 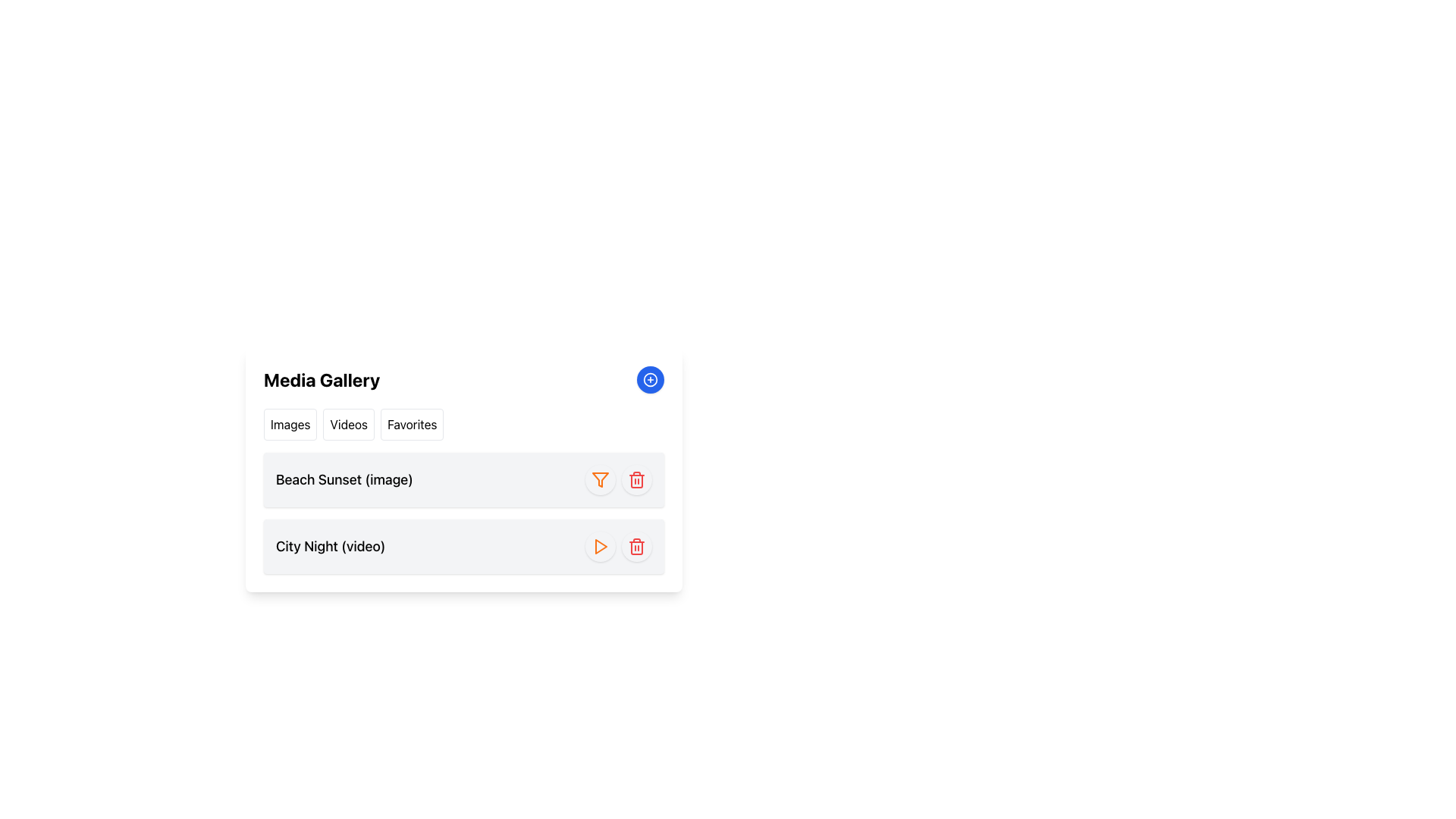 What do you see at coordinates (637, 479) in the screenshot?
I see `the red trash bin icon button, which is the second button to the right in the group` at bounding box center [637, 479].